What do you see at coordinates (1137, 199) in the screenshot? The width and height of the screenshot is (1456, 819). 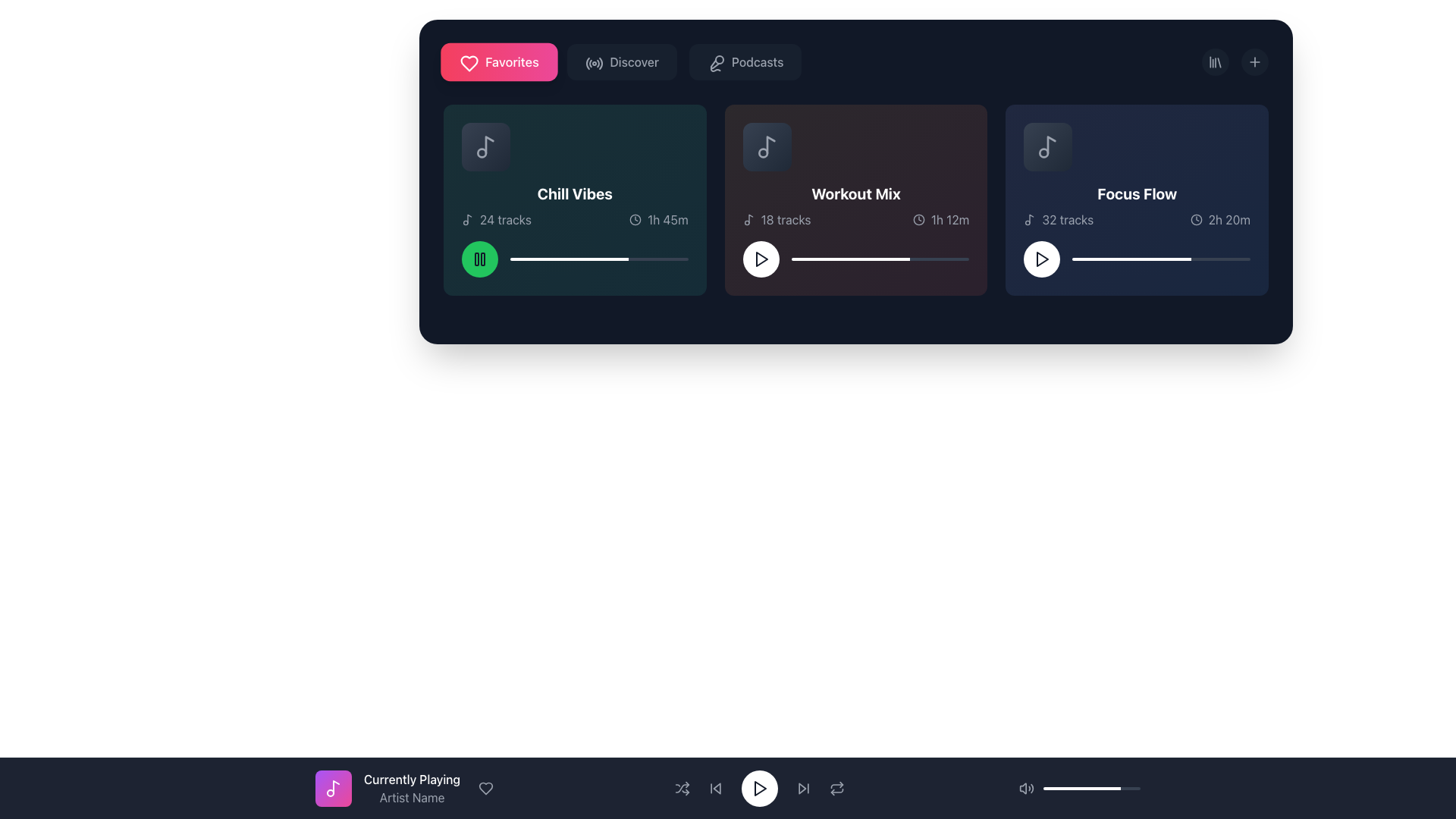 I see `text label titled 'Focus Flow' located in the third card on the rightmost side of the second section, below the top navigation bar` at bounding box center [1137, 199].